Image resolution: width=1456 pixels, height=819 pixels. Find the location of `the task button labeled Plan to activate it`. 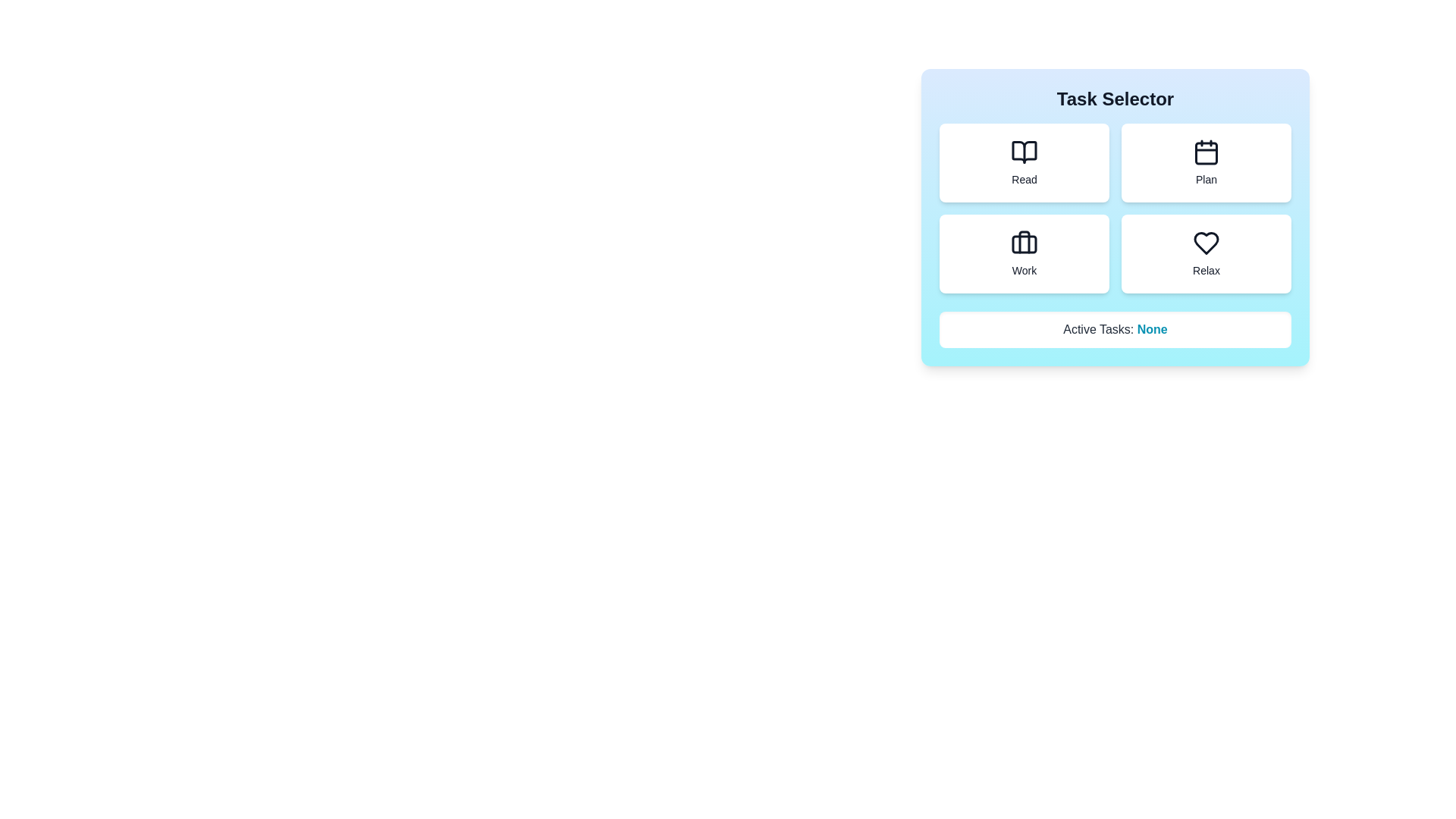

the task button labeled Plan to activate it is located at coordinates (1205, 163).